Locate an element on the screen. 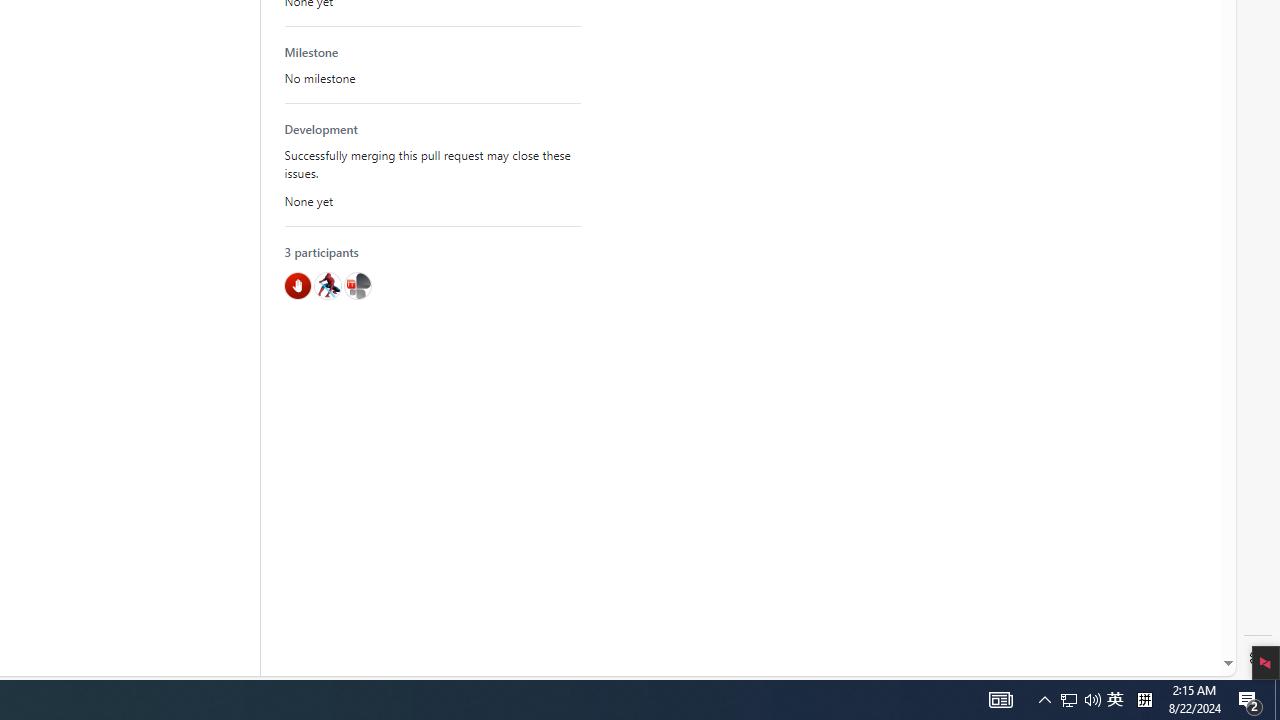 The height and width of the screenshot is (720, 1280). '@MajkiIT' is located at coordinates (357, 285).